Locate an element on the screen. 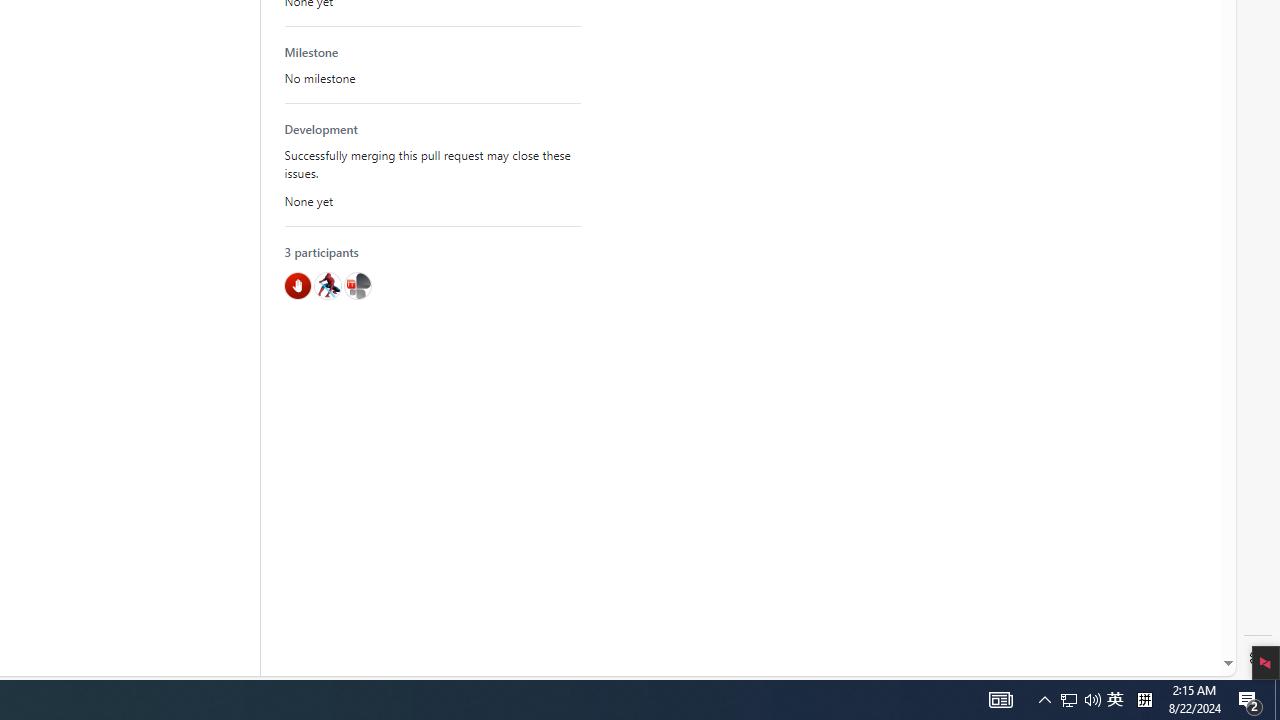 The height and width of the screenshot is (720, 1280). '@MajkiIT' is located at coordinates (357, 285).